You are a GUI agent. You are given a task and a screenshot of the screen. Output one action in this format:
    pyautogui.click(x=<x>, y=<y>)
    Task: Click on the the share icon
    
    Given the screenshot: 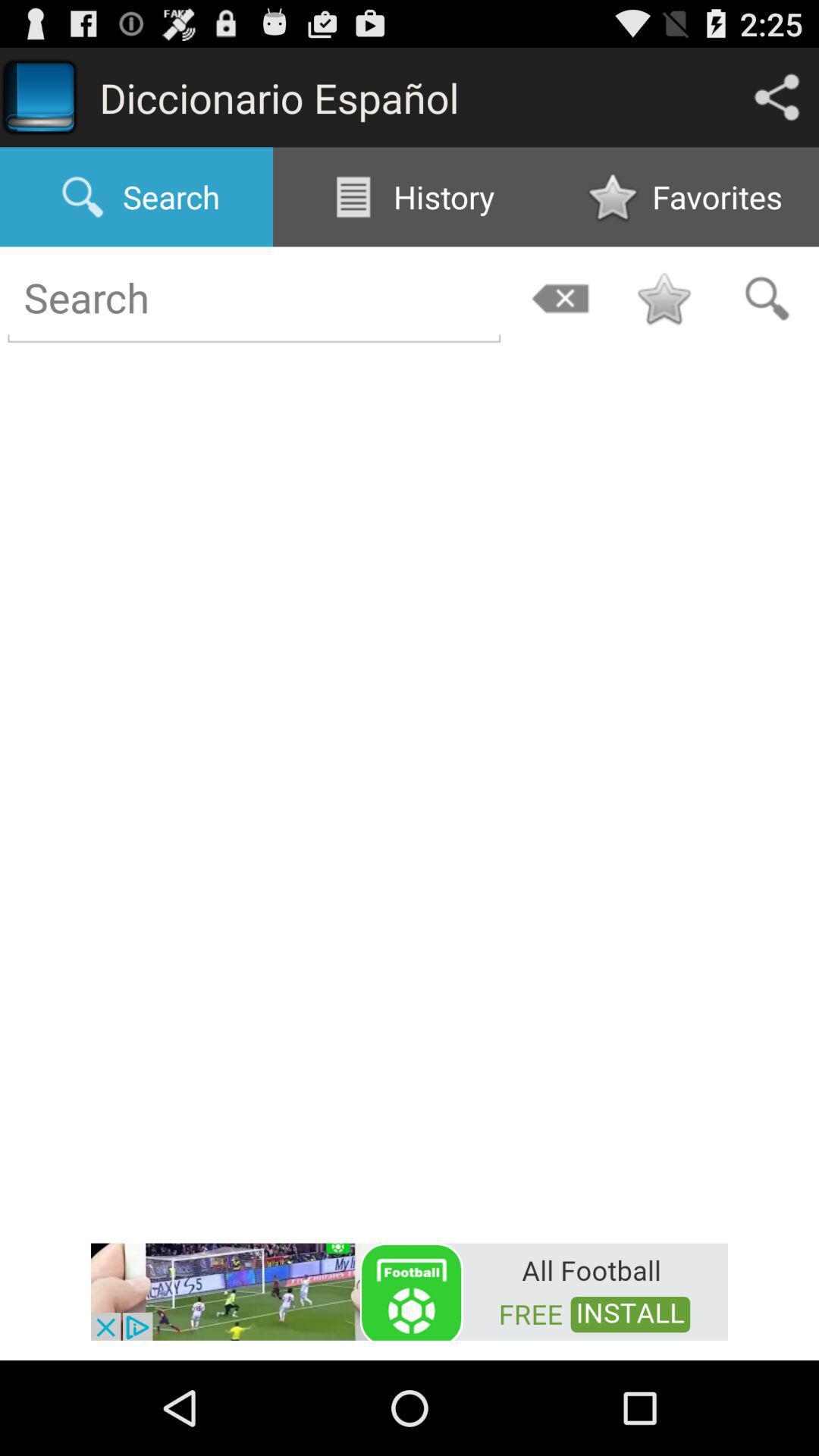 What is the action you would take?
    pyautogui.click(x=777, y=103)
    